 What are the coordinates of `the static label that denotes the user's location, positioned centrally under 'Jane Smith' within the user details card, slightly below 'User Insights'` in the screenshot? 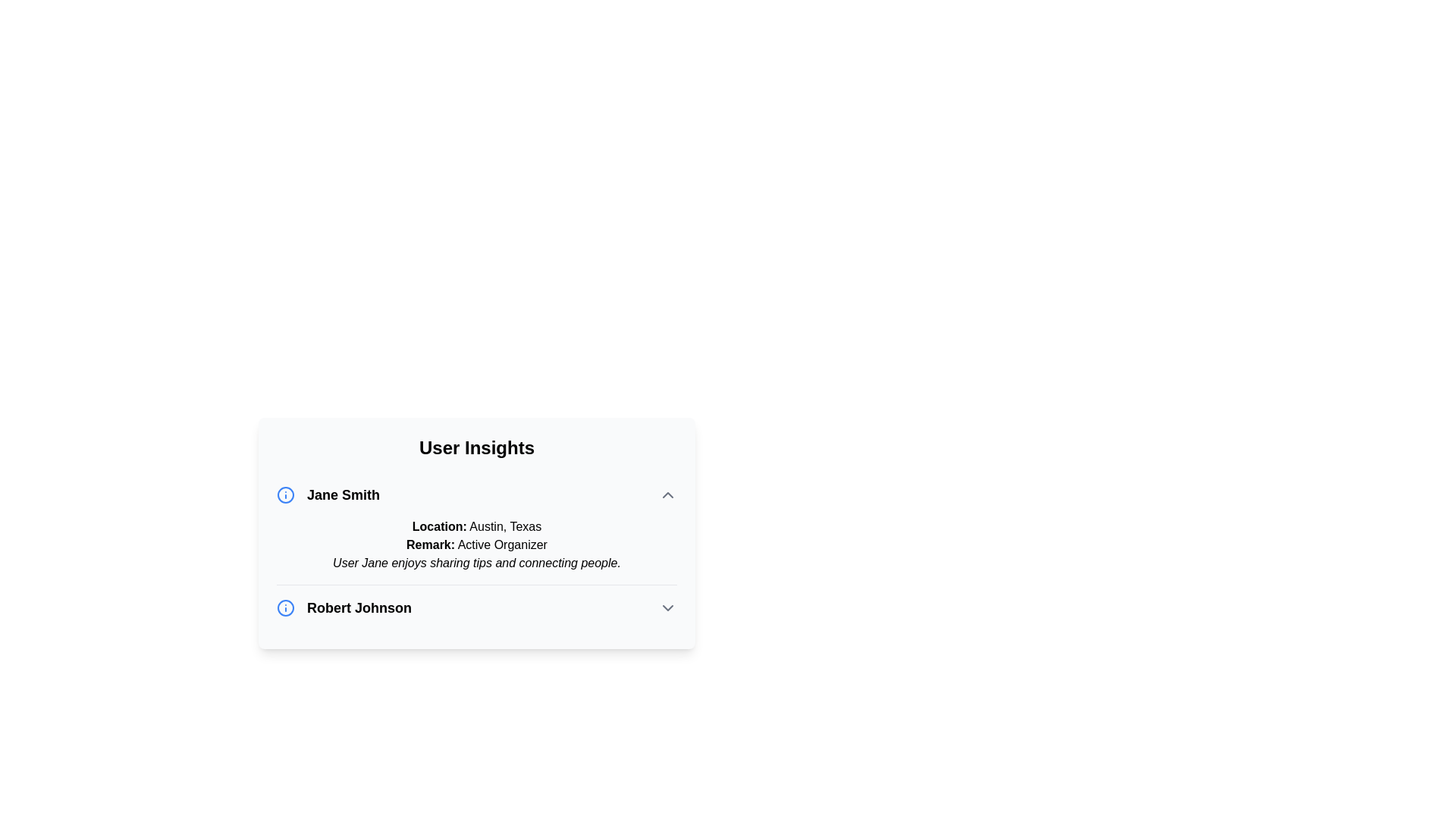 It's located at (438, 526).